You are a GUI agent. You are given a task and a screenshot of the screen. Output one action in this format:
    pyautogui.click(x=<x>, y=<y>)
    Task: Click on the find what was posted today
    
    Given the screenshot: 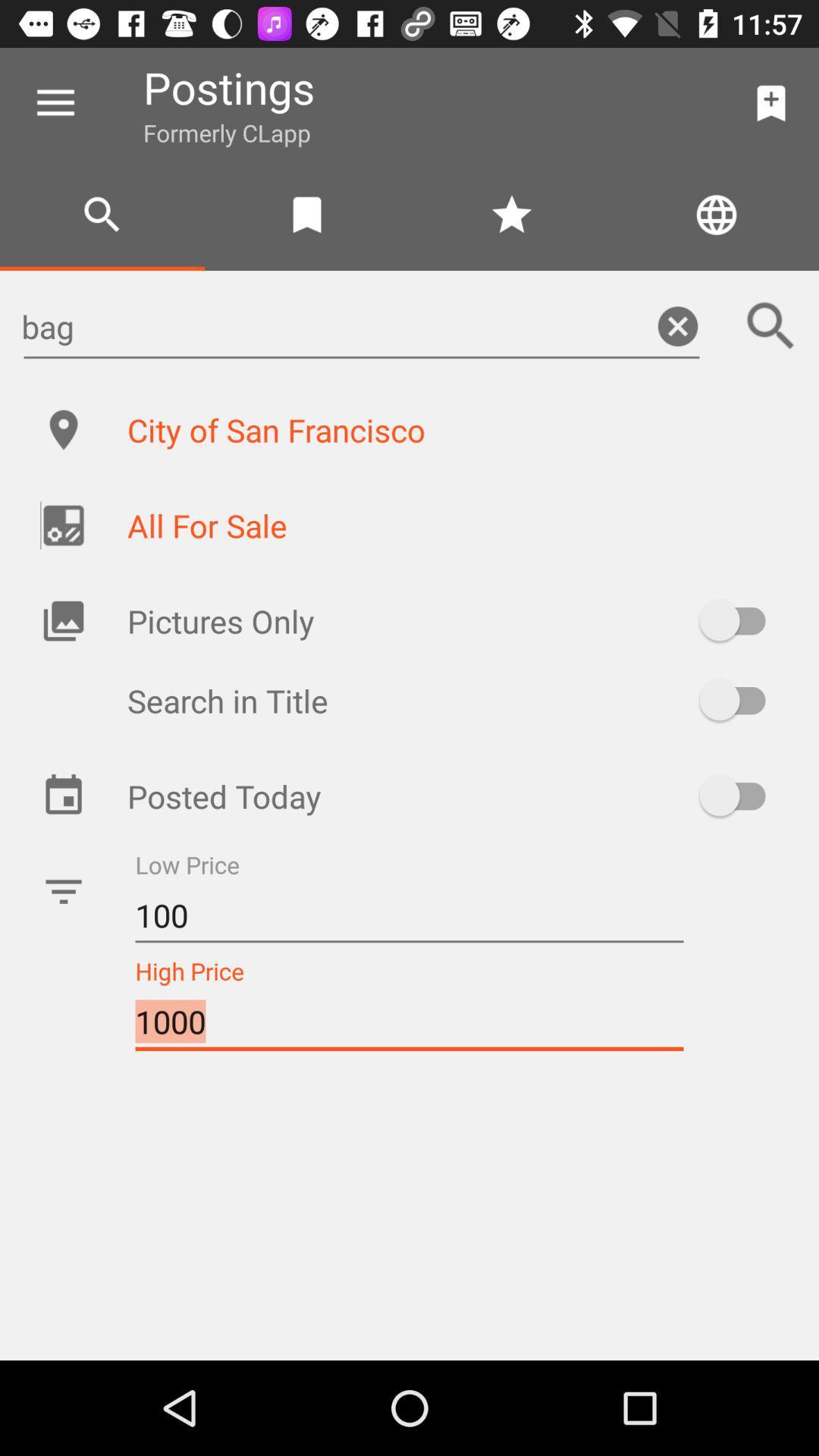 What is the action you would take?
    pyautogui.click(x=739, y=795)
    